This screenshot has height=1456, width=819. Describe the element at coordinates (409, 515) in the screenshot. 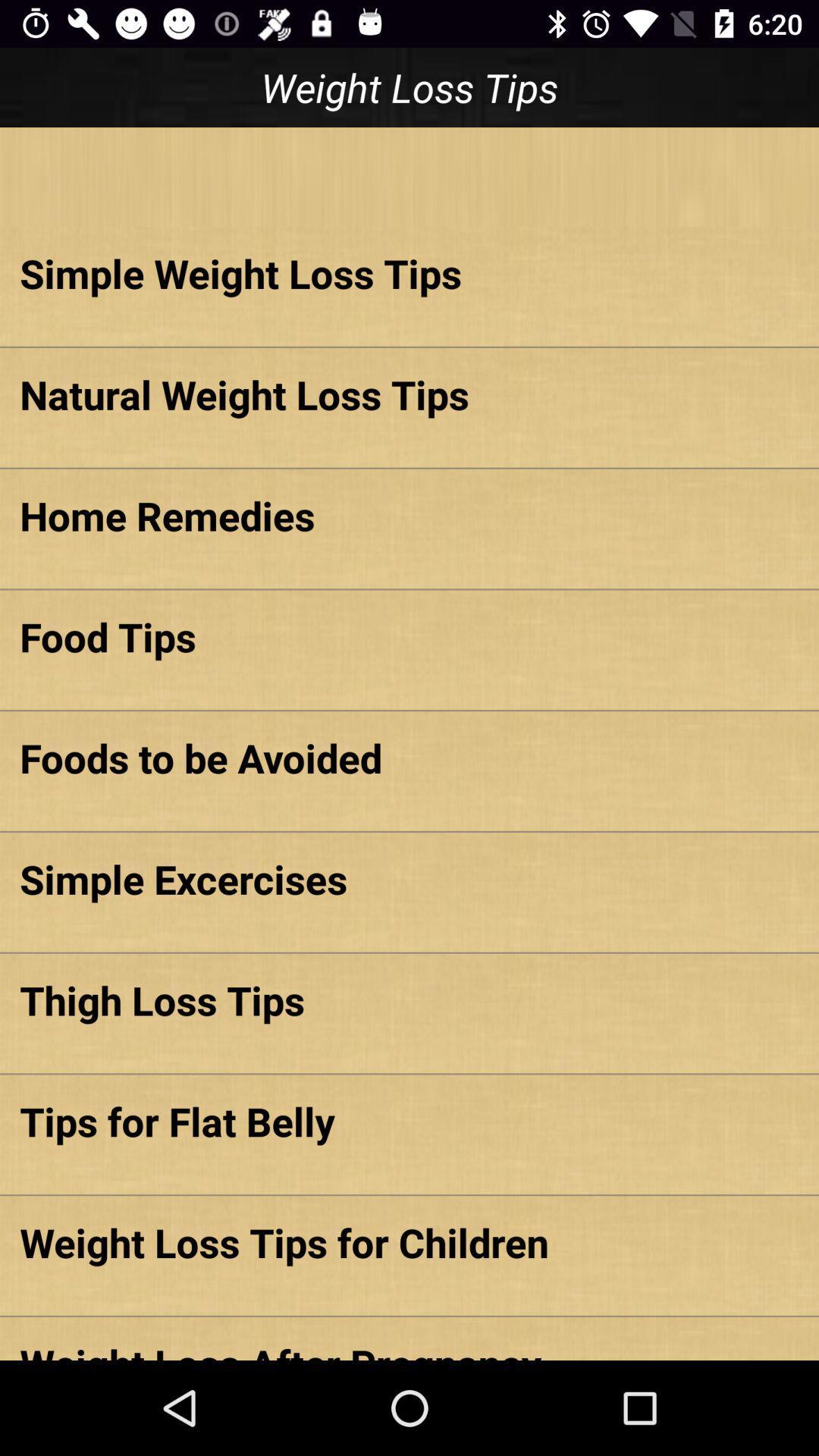

I see `the item below the natural weight loss item` at that location.